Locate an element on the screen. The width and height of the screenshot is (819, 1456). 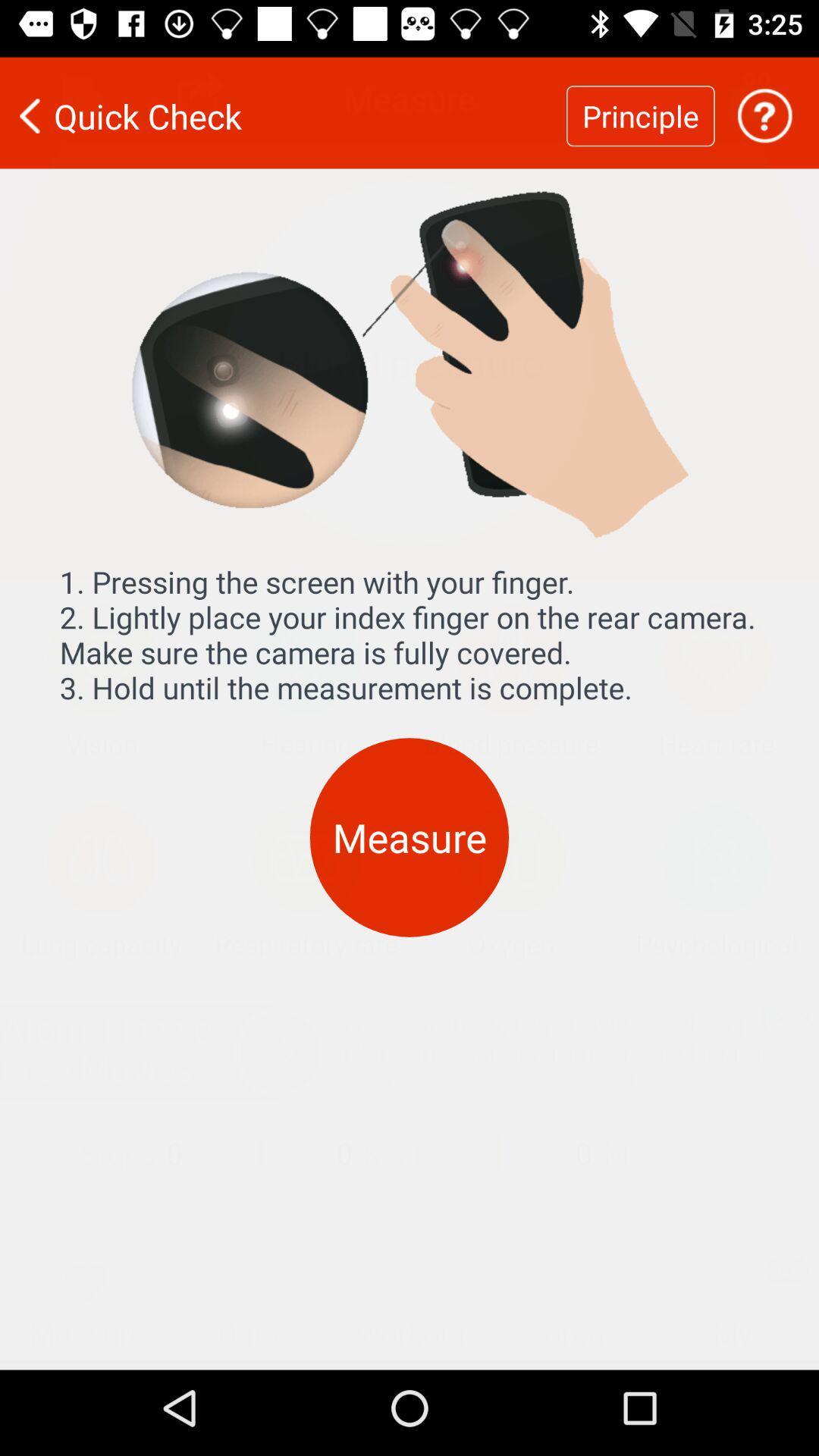
get help is located at coordinates (764, 105).